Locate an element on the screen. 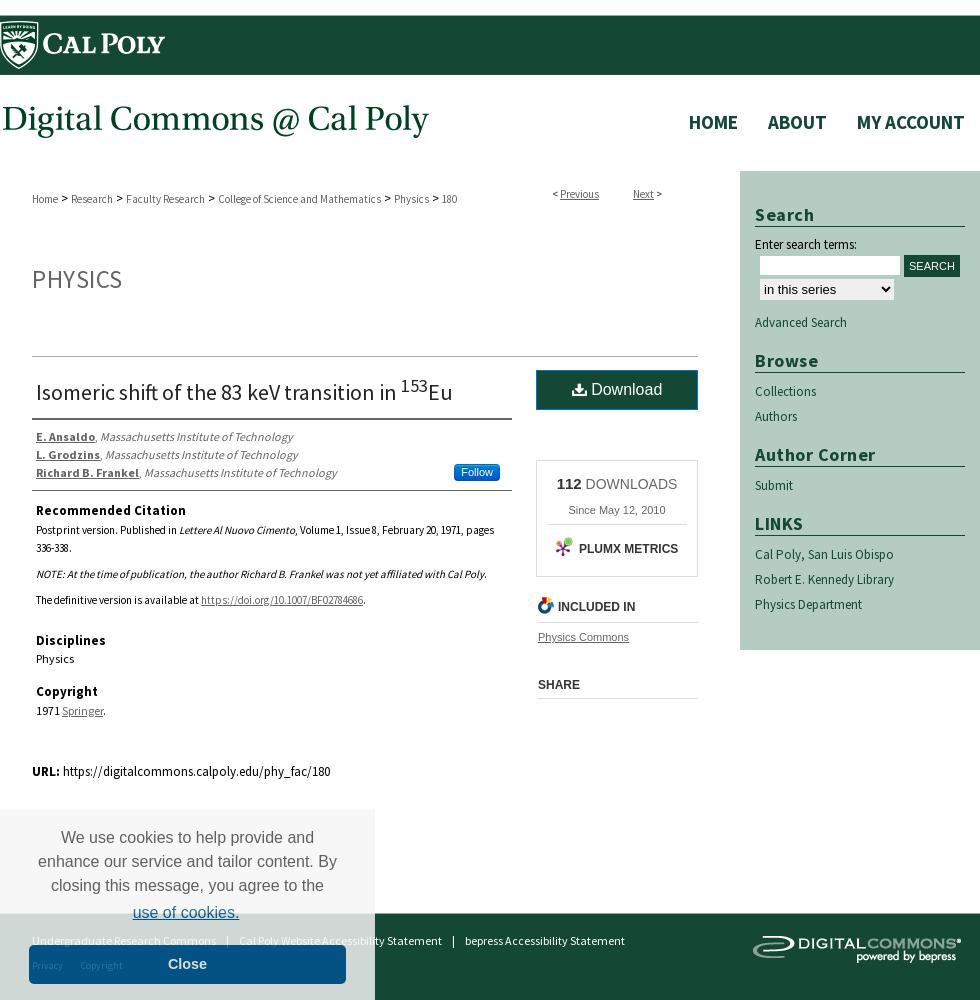  'Author Corner' is located at coordinates (754, 452).